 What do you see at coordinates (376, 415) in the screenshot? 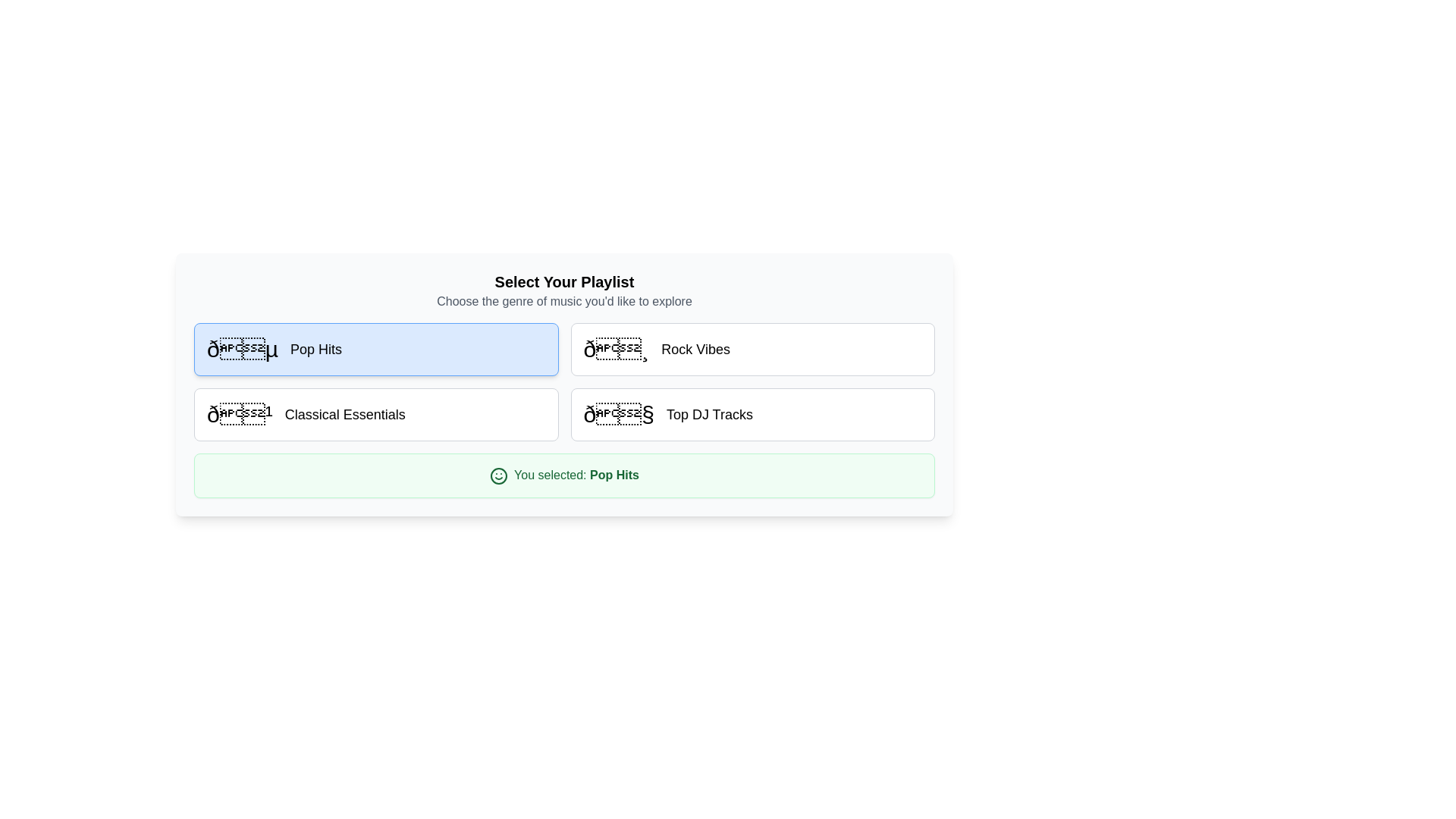
I see `the 'Classical Essentials' button, which is a rectangular component with rounded corners and a music note emoji` at bounding box center [376, 415].